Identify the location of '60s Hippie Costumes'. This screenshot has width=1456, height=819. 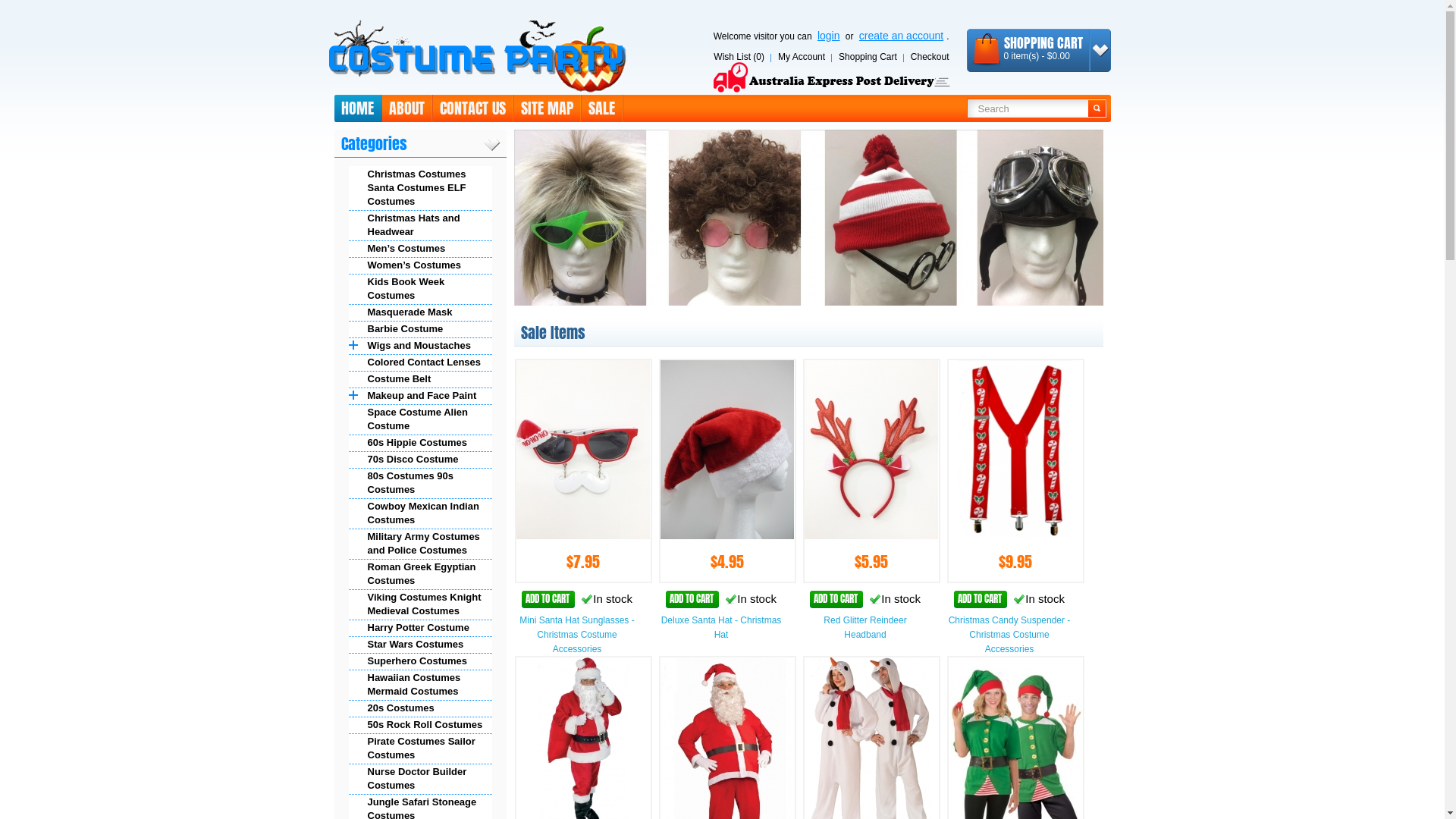
(420, 442).